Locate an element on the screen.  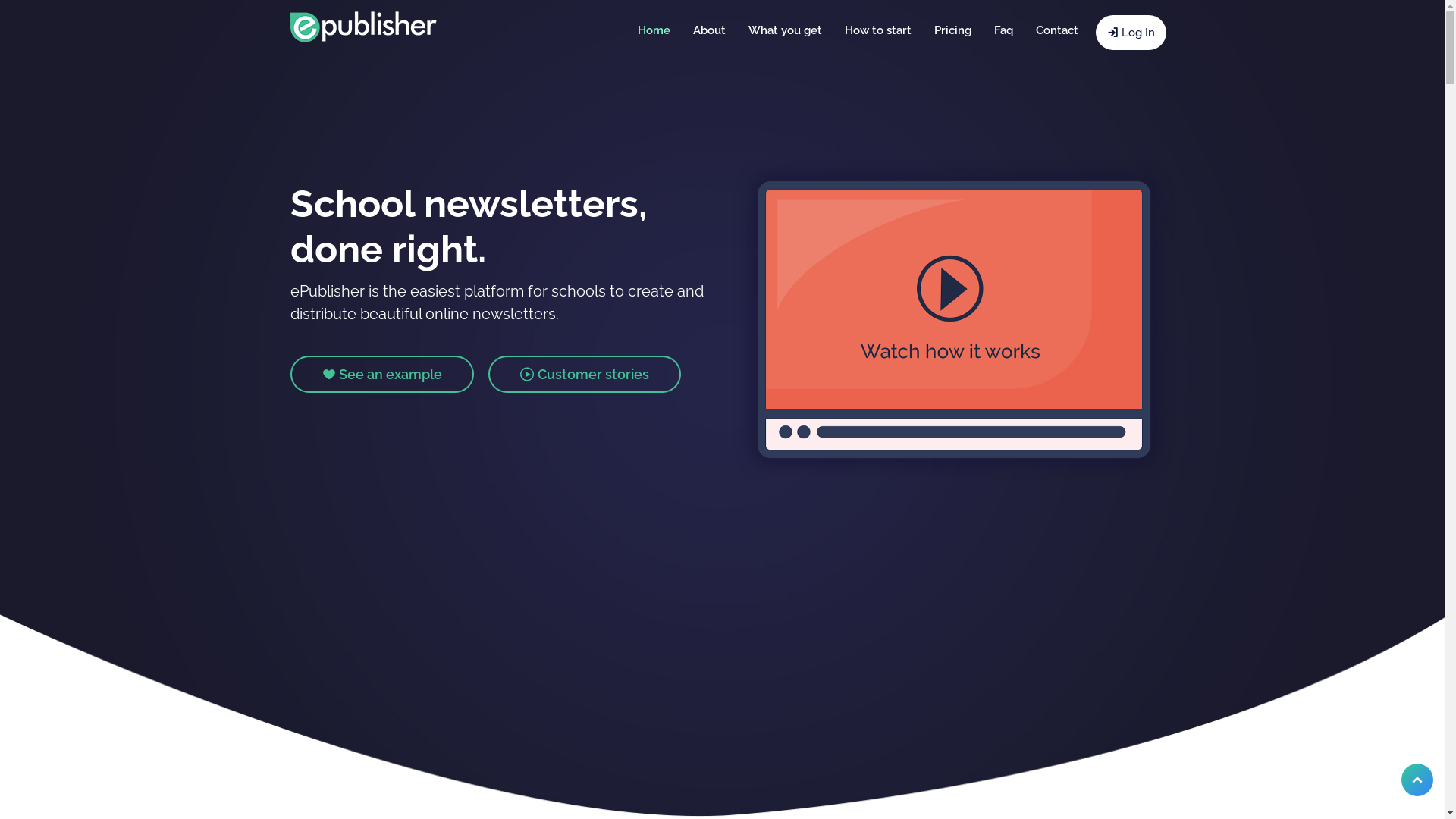
'Faq' is located at coordinates (1003, 30).